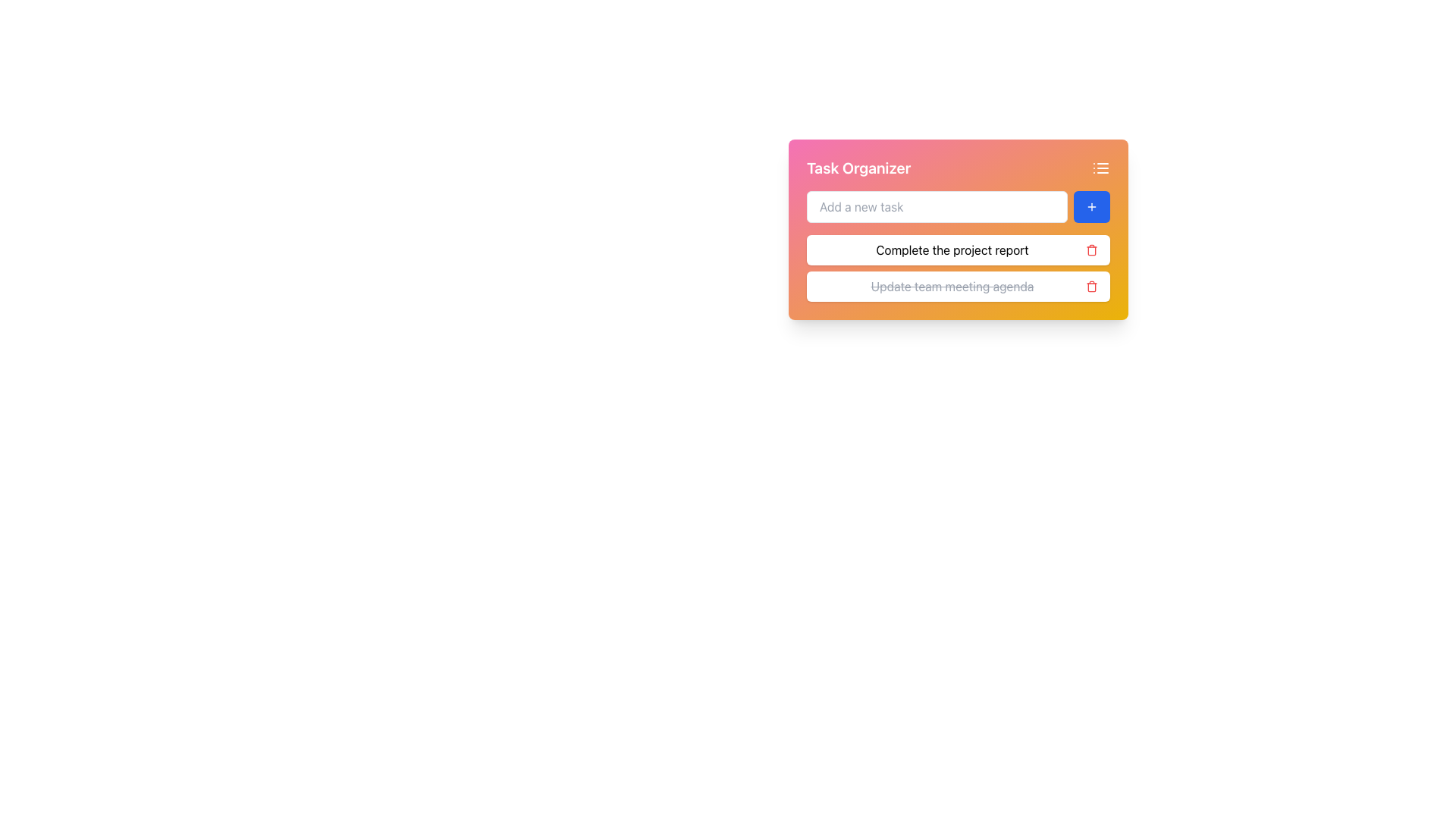 The image size is (1456, 819). What do you see at coordinates (1092, 249) in the screenshot?
I see `the delete button located at the far-right end of the task entry labeled 'Complete the project report'` at bounding box center [1092, 249].